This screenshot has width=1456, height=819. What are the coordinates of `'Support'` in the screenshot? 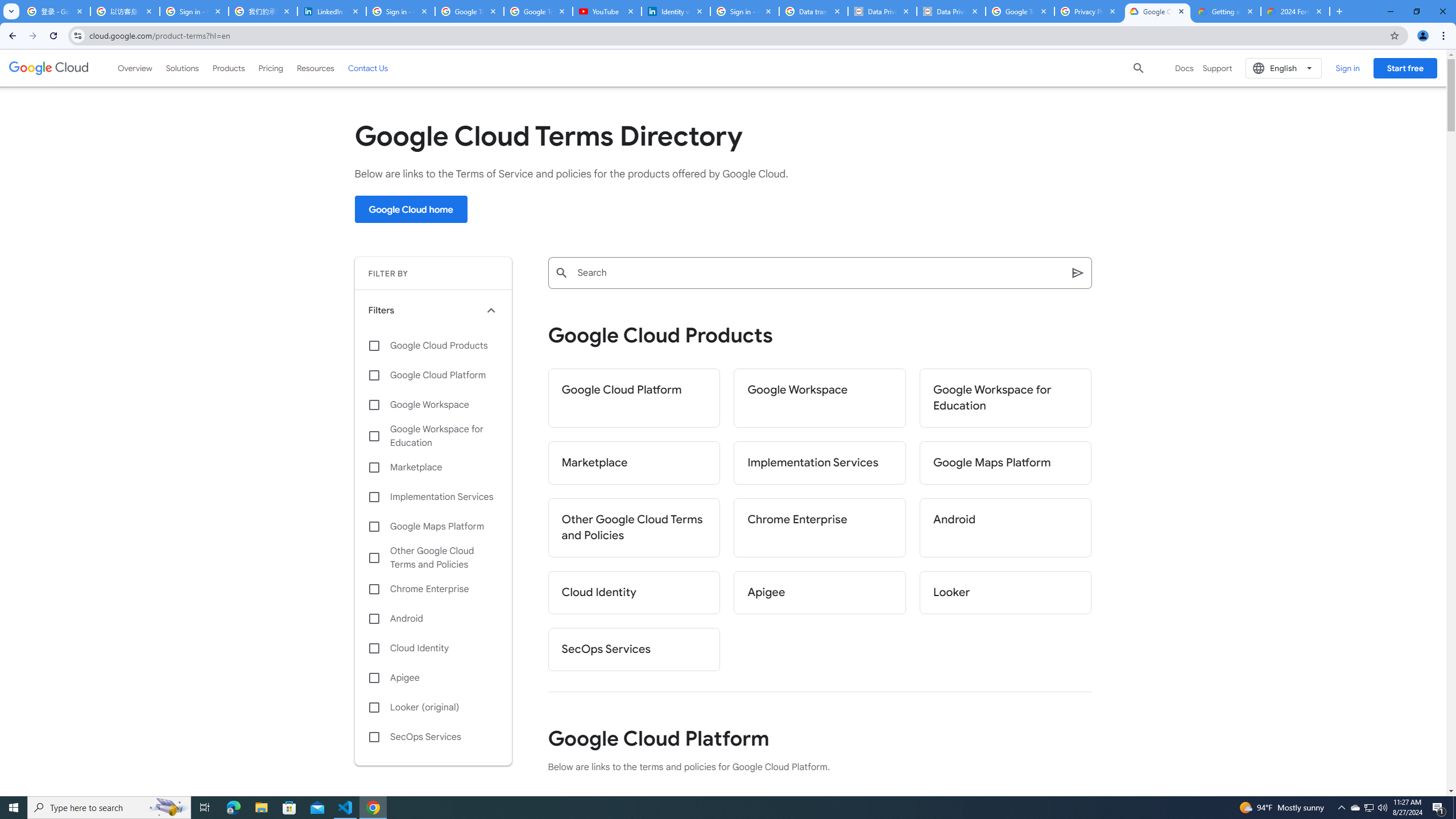 It's located at (1217, 67).